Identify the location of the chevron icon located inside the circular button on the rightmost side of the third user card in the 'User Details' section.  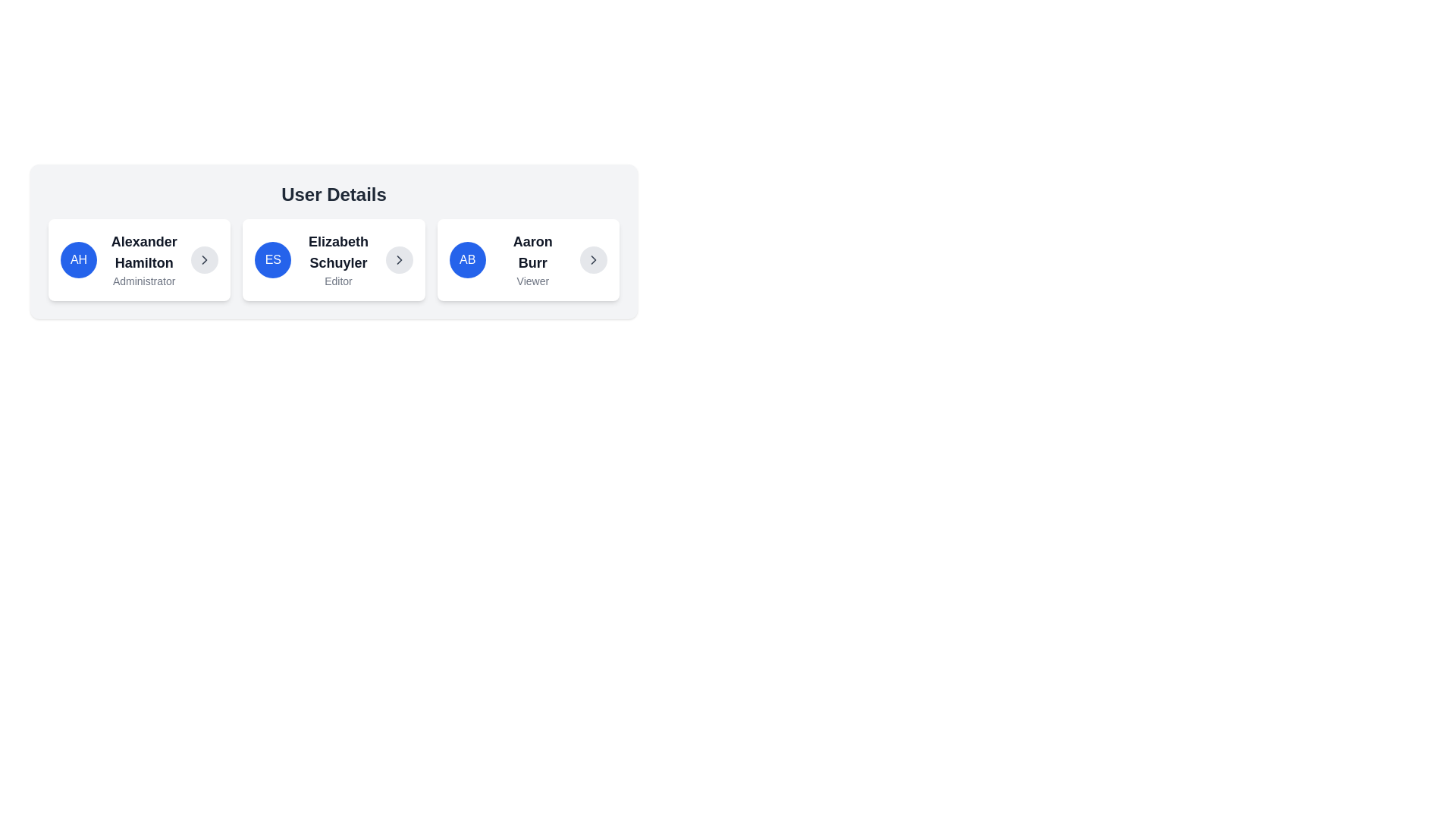
(592, 259).